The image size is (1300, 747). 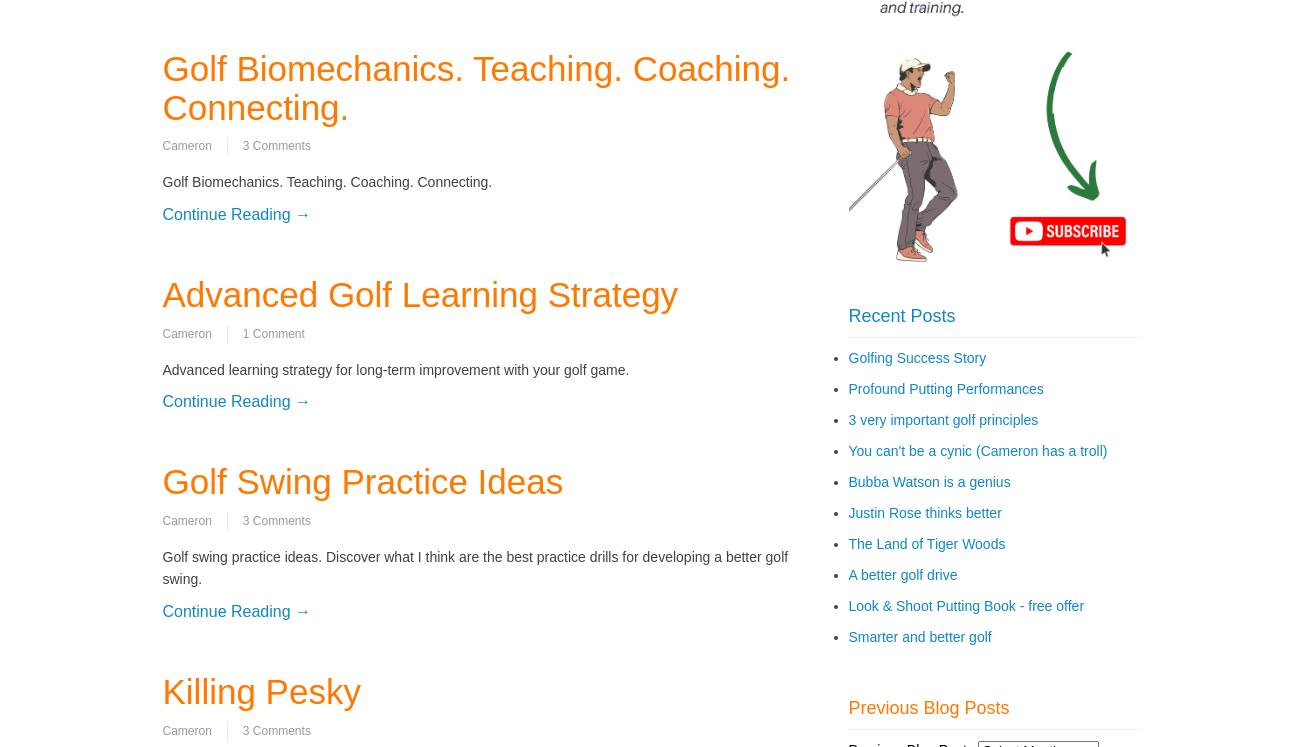 I want to click on 'Advanced learning strategy for long-term improvement with your golf game.', so click(x=395, y=369).